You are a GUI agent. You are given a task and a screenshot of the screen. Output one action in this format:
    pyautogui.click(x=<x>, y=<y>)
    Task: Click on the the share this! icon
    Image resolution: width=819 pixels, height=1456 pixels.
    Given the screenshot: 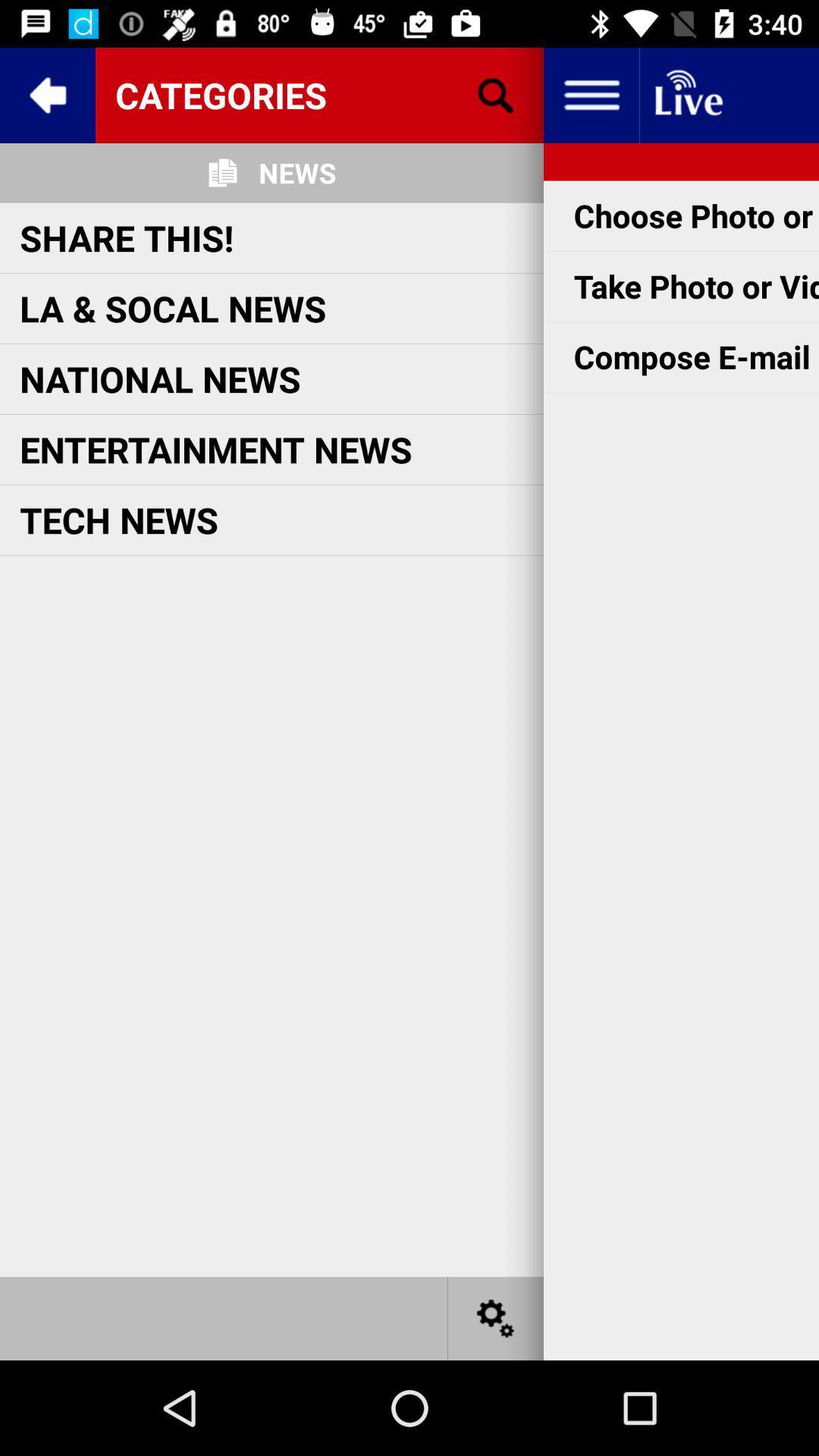 What is the action you would take?
    pyautogui.click(x=126, y=237)
    